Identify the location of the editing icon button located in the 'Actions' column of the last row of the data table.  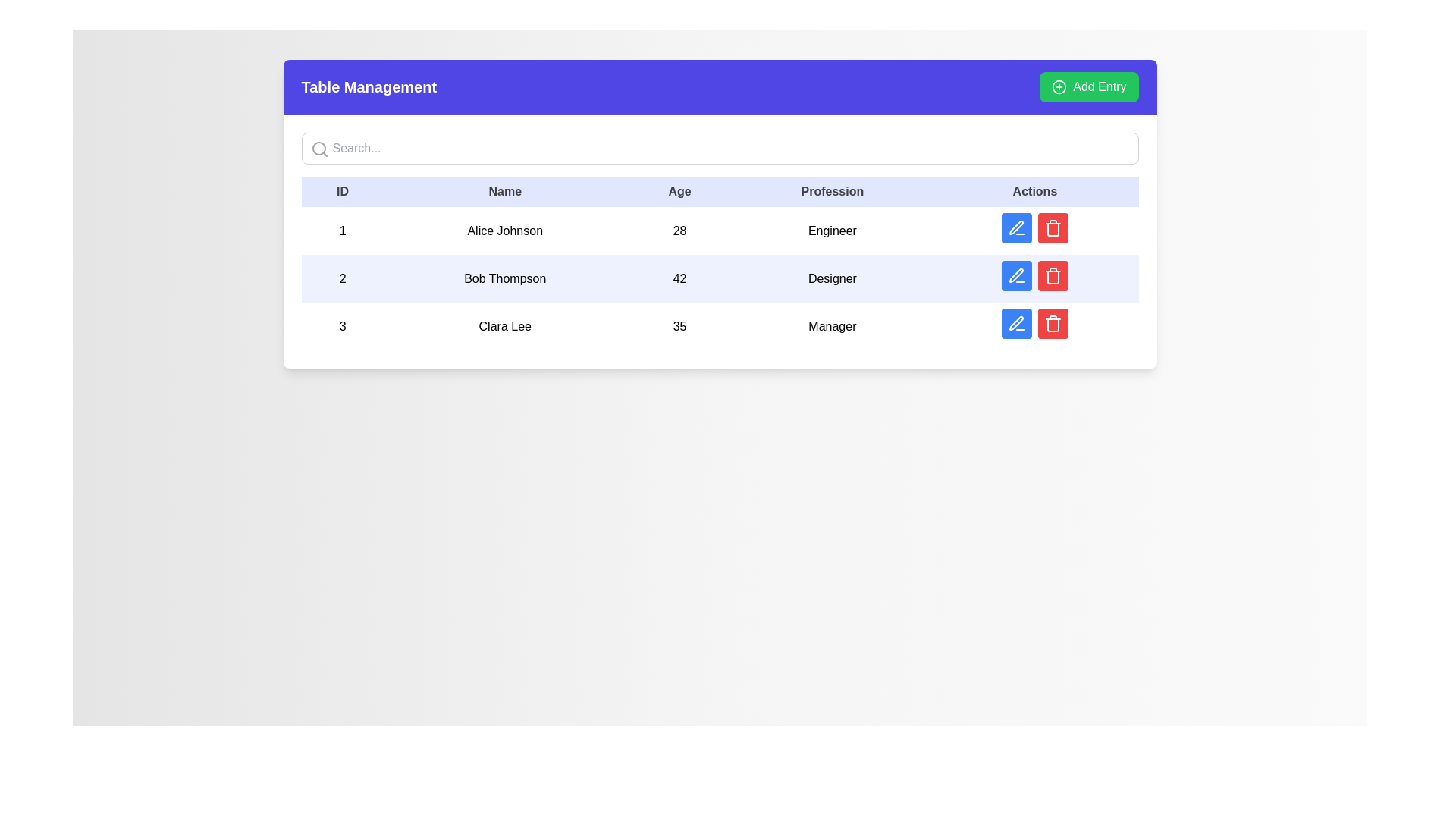
(1016, 322).